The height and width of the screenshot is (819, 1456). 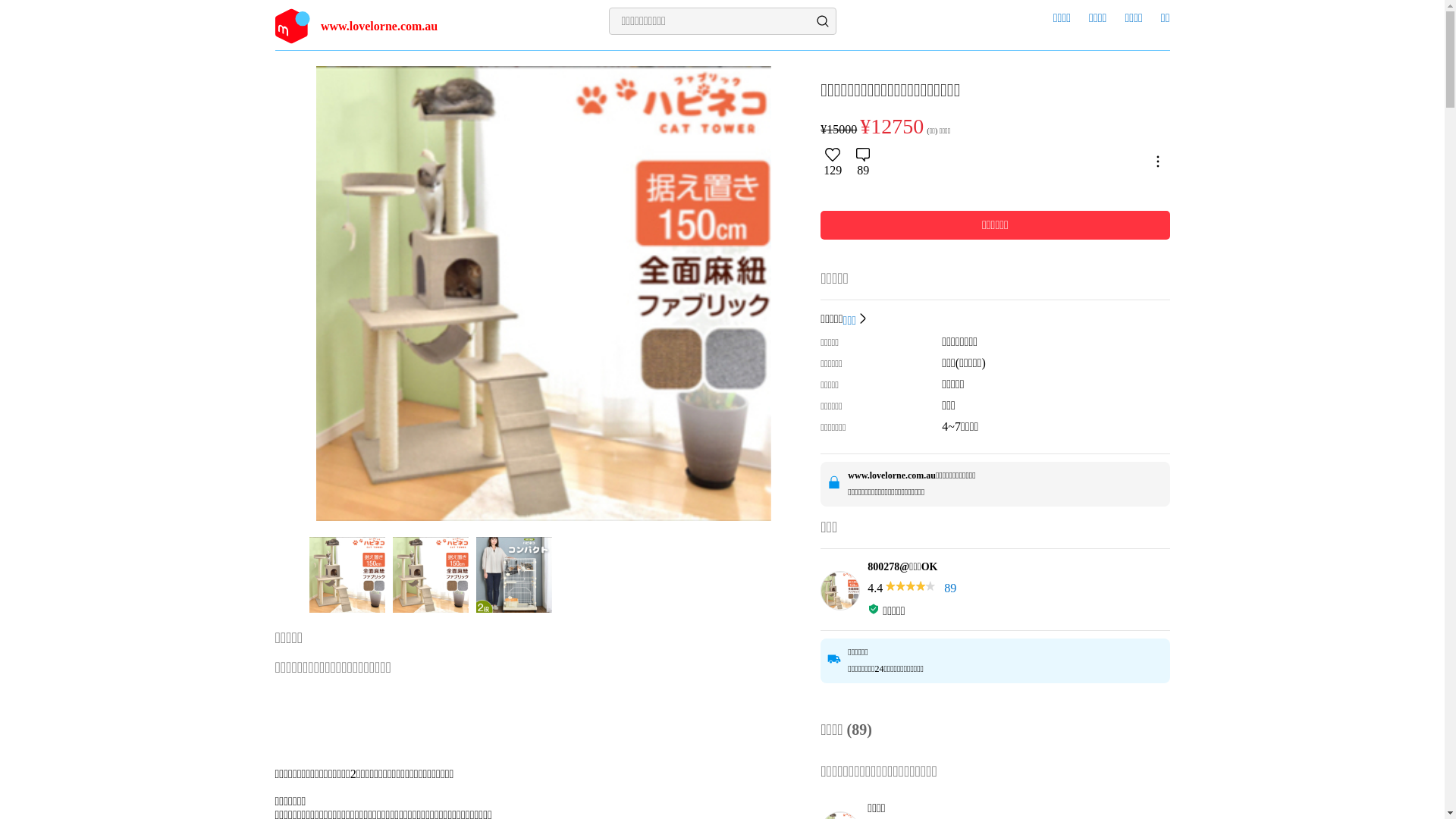 I want to click on 'www.lovelorne.com.au', so click(x=388, y=26).